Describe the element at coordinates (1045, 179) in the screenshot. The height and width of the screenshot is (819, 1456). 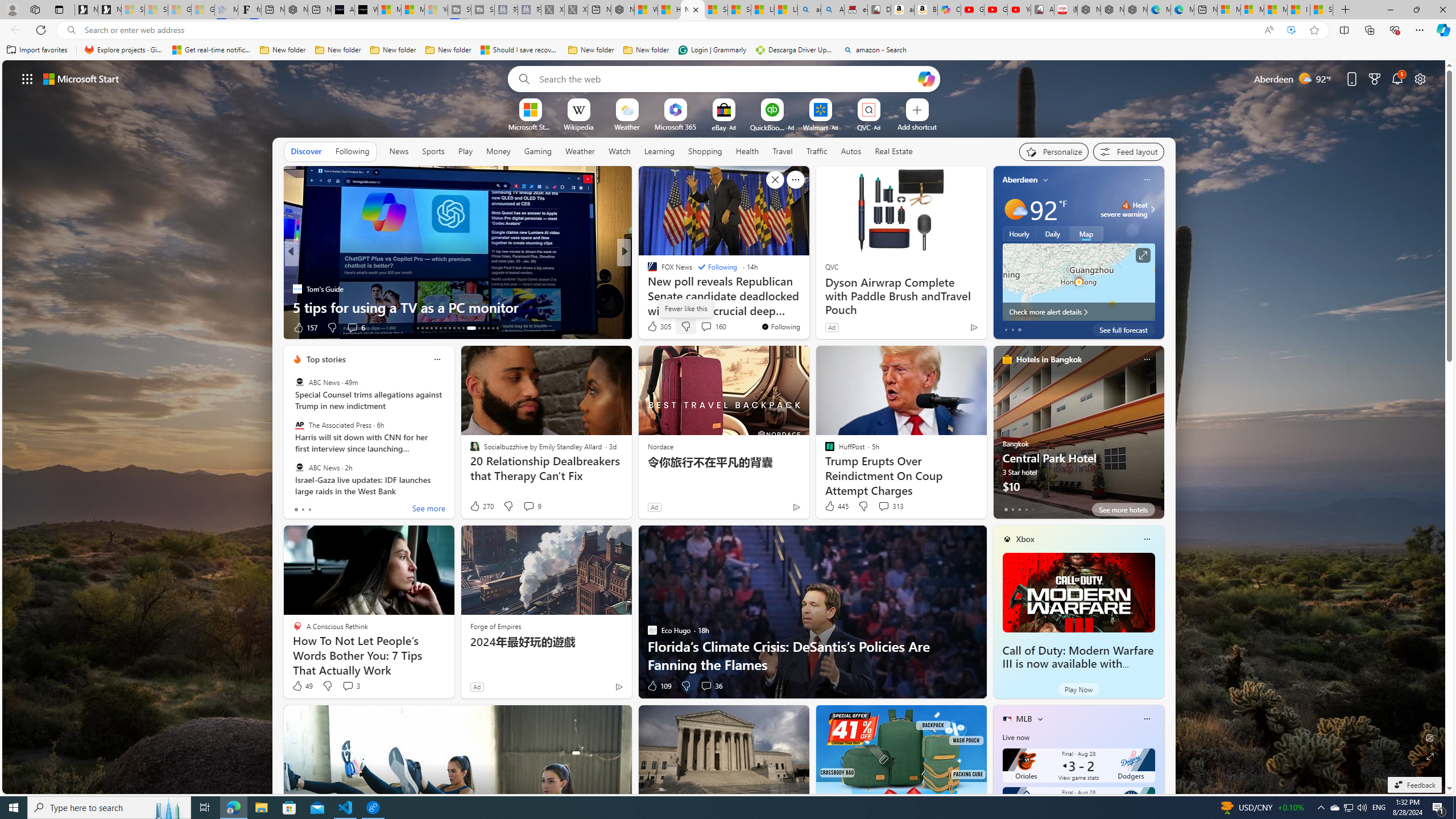
I see `'My location'` at that location.